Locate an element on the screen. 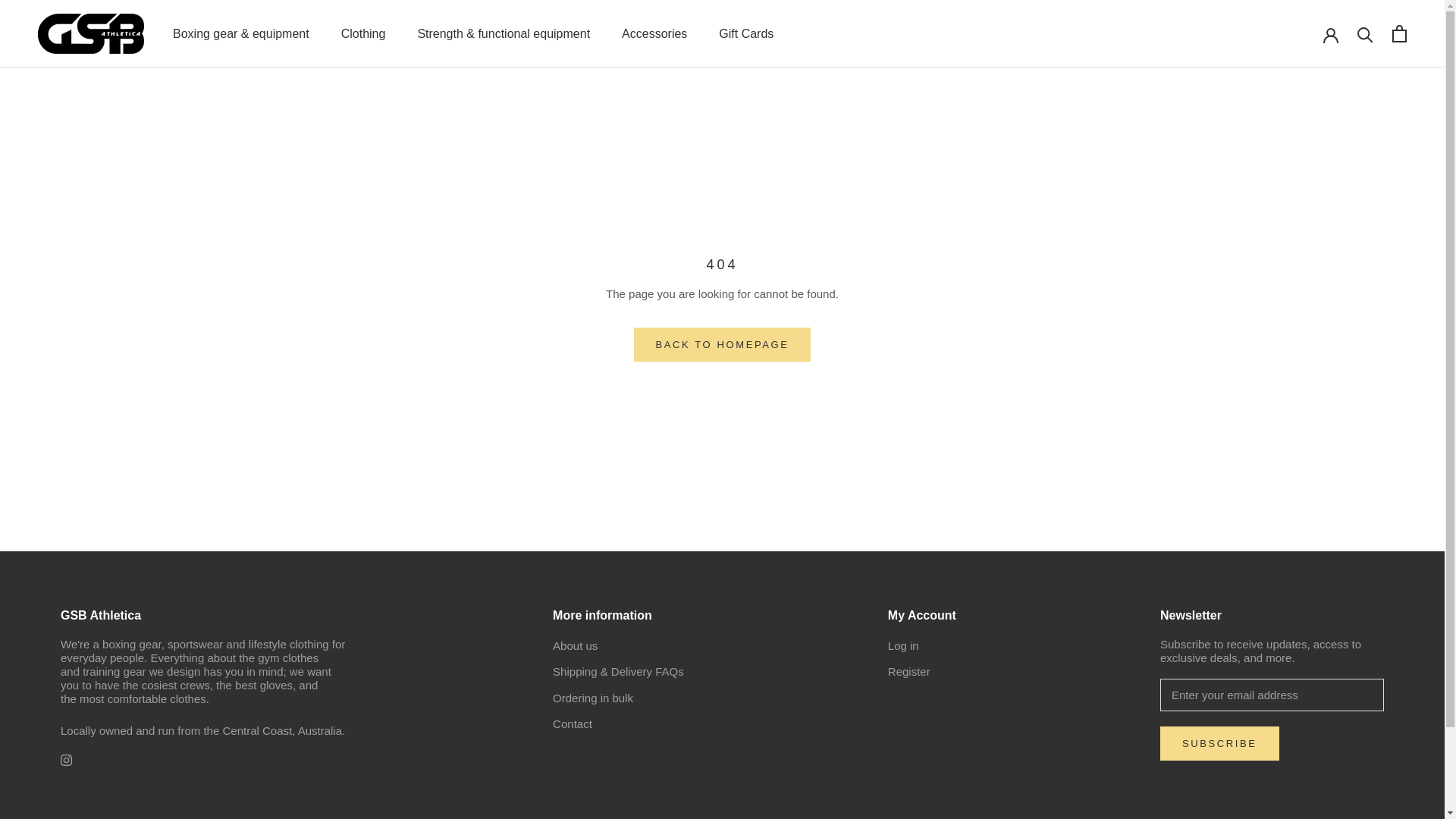 The height and width of the screenshot is (819, 1456). 'Boxing gear & equipment is located at coordinates (240, 33).